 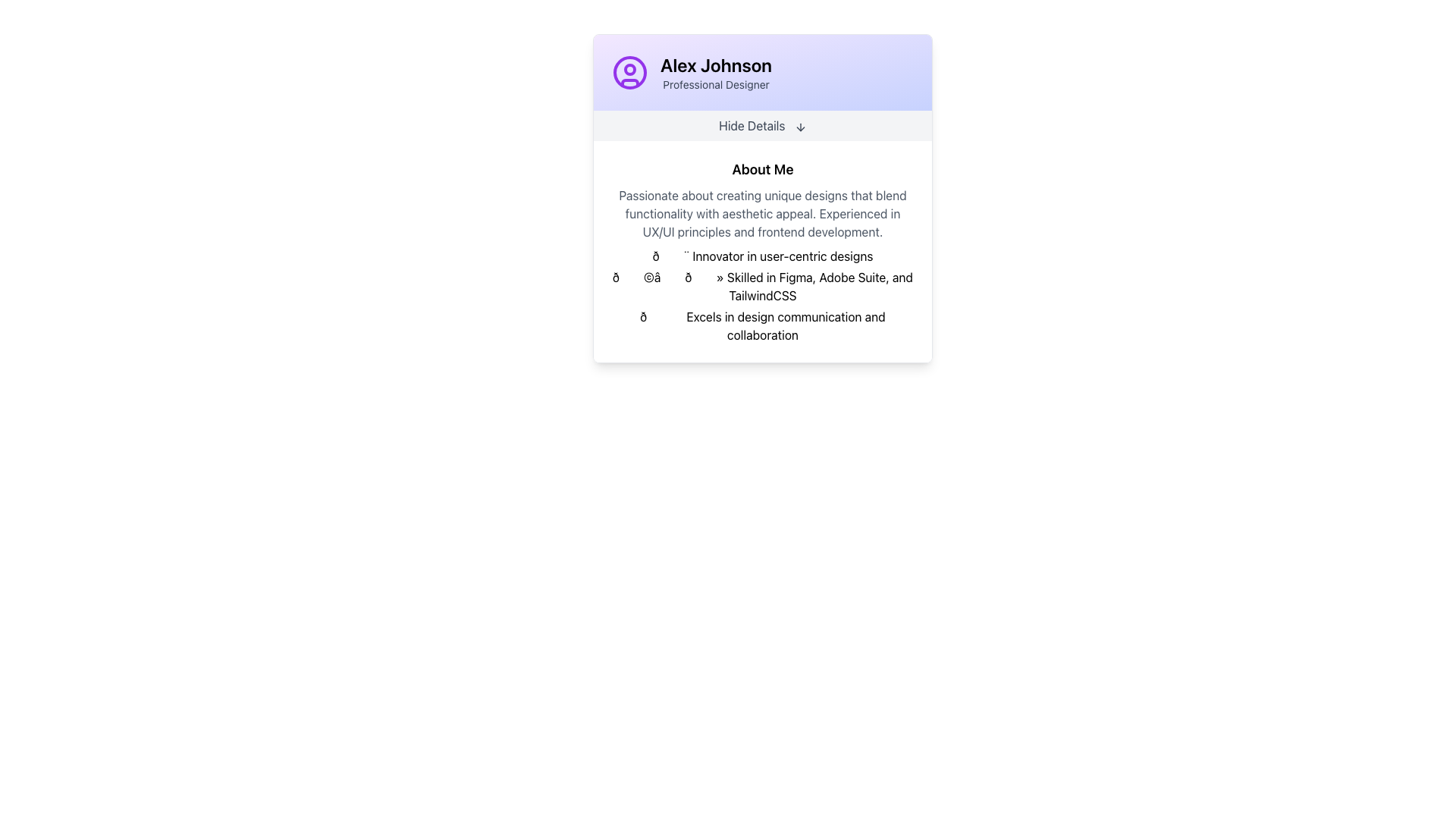 I want to click on the downward arrow icon within the 'Hide Details' button, so click(x=799, y=126).